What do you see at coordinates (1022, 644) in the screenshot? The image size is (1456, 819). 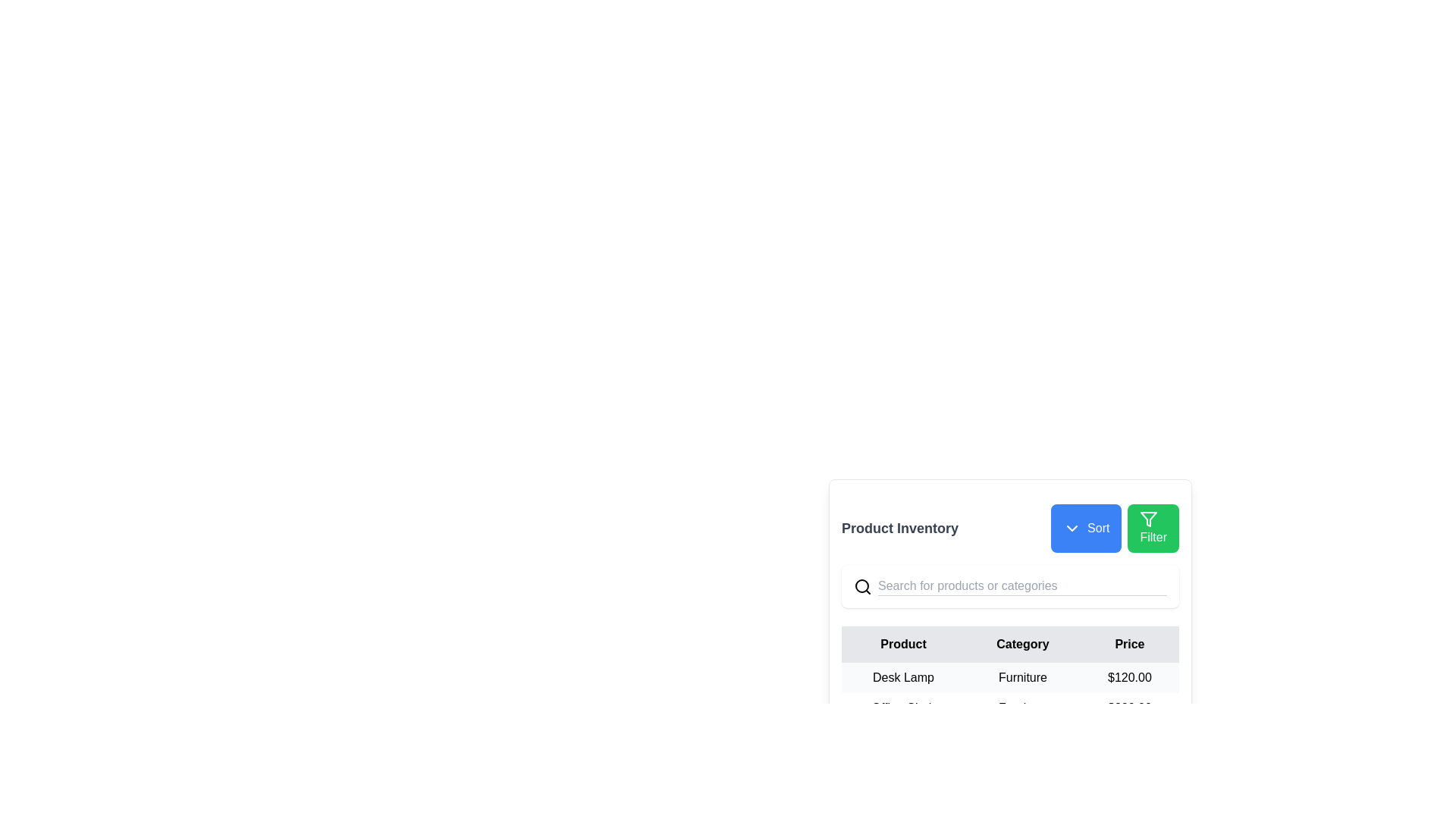 I see `the second header cell in the table, which is located between the 'Product' and 'Price' columns` at bounding box center [1022, 644].